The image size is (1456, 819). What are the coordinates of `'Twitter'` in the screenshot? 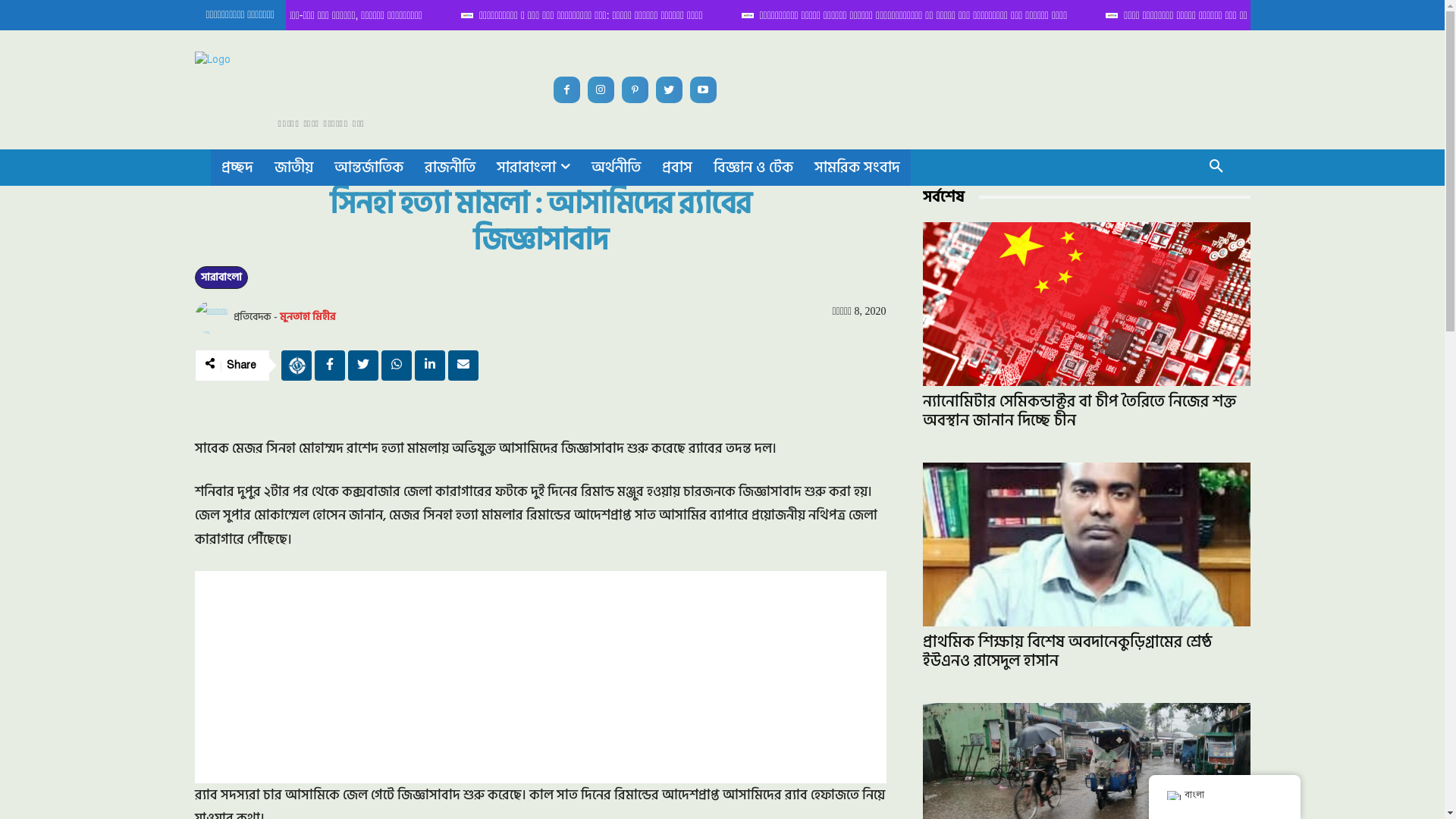 It's located at (668, 89).